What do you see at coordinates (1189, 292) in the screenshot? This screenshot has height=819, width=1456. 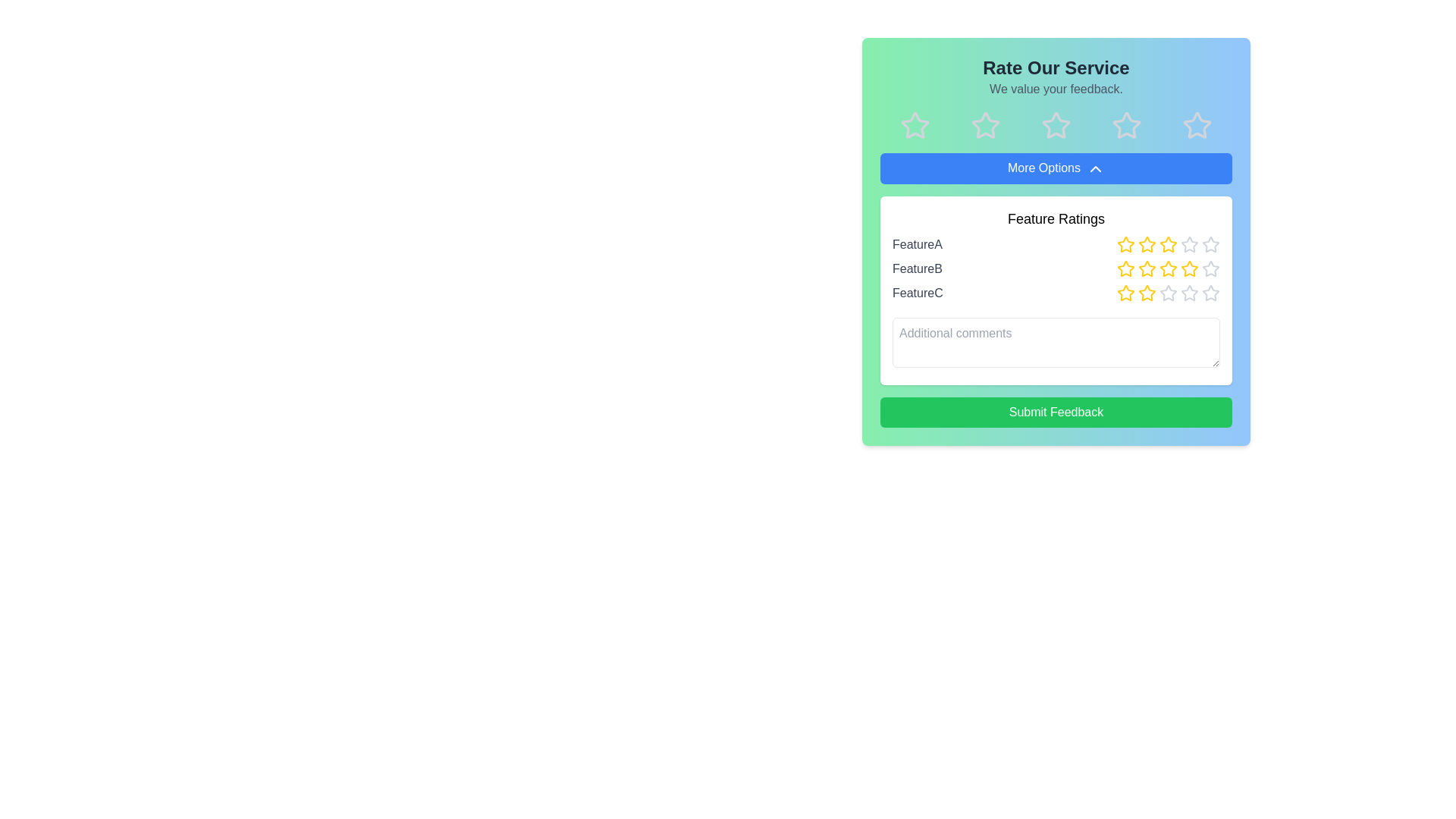 I see `the fifth star in the rating system under the 'FeatureC' label` at bounding box center [1189, 292].